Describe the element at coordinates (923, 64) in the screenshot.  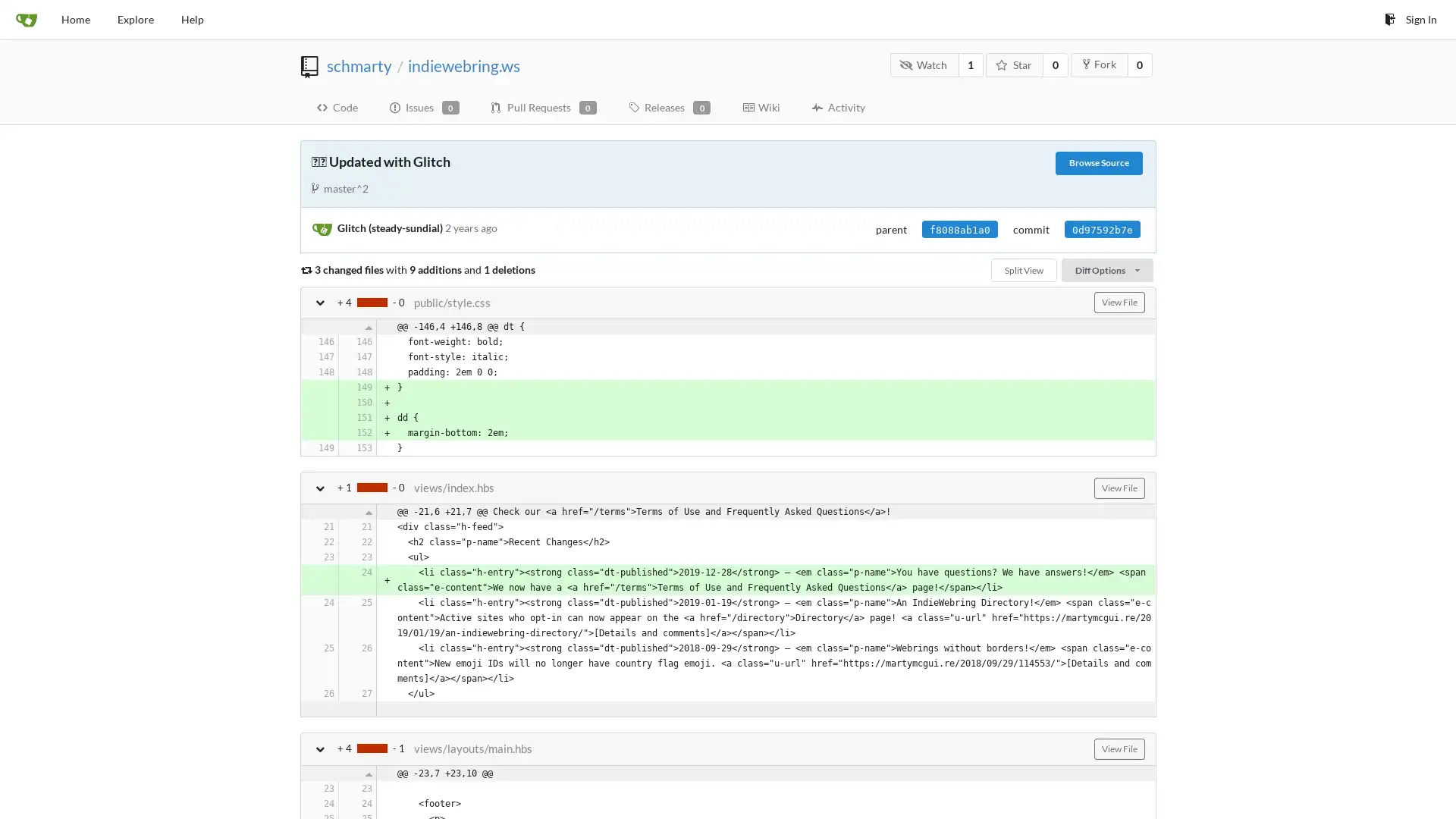
I see `Watch` at that location.